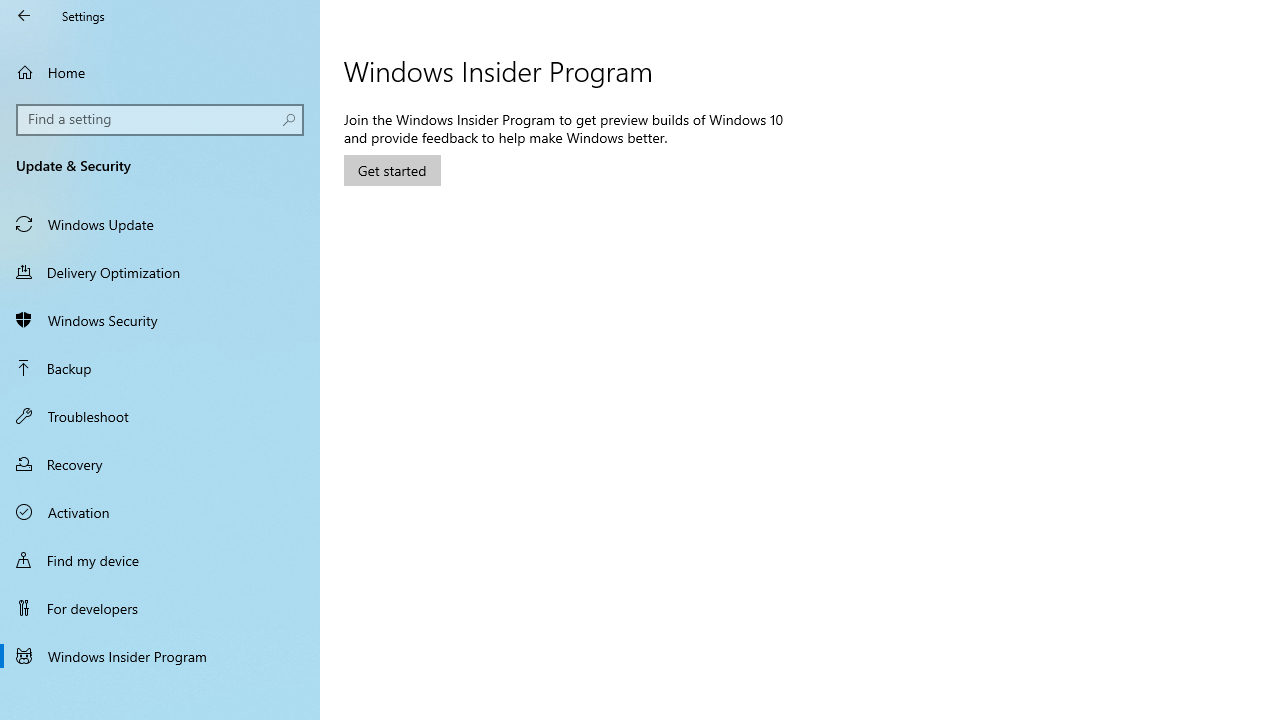  Describe the element at coordinates (160, 223) in the screenshot. I see `'Windows Update'` at that location.